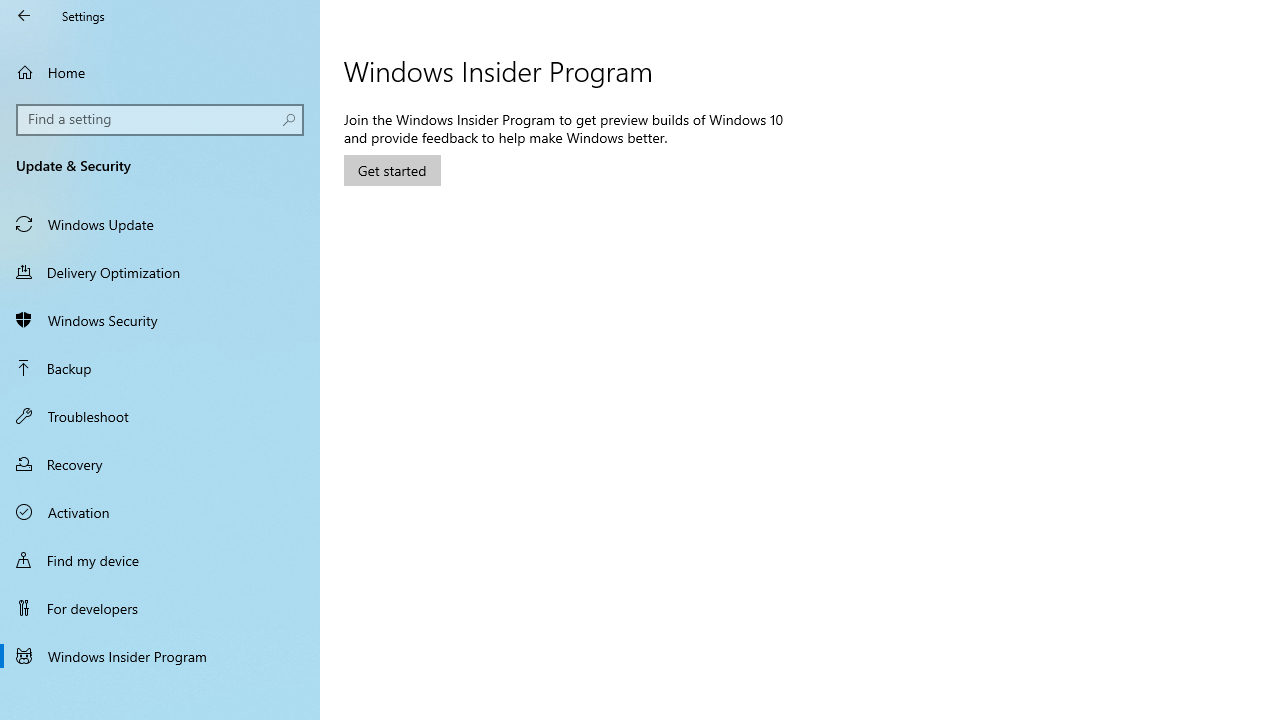  Describe the element at coordinates (160, 223) in the screenshot. I see `'Windows Update'` at that location.